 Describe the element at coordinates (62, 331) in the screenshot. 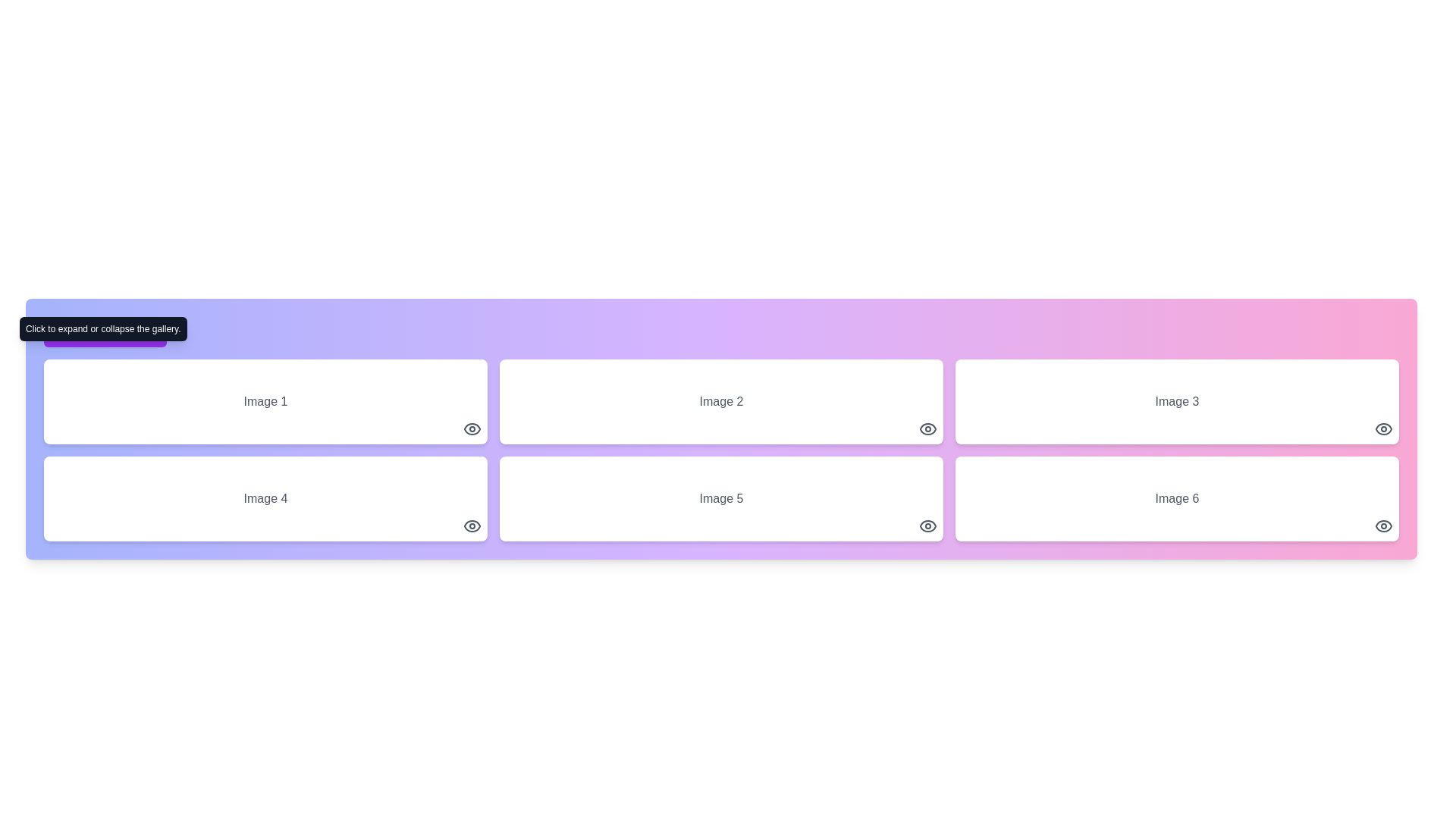

I see `the circular element within the SVG graphic, which is part of an icon near the 'Click to expand or collapse the gallery' button` at that location.